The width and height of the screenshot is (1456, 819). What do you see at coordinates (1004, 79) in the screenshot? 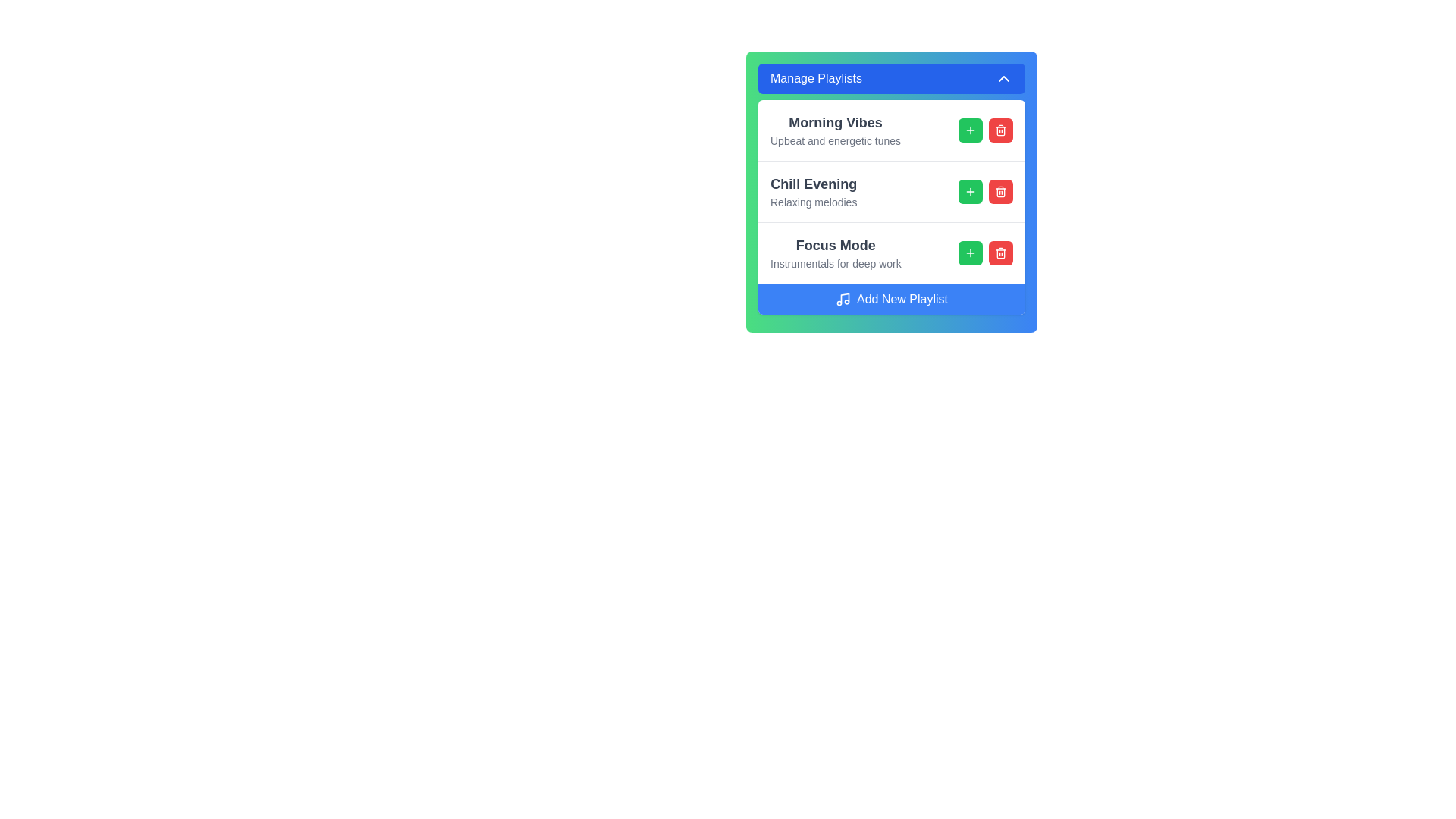
I see `the Chevron Up icon located in the top-right corner of the 'Manage Playlists' header` at bounding box center [1004, 79].